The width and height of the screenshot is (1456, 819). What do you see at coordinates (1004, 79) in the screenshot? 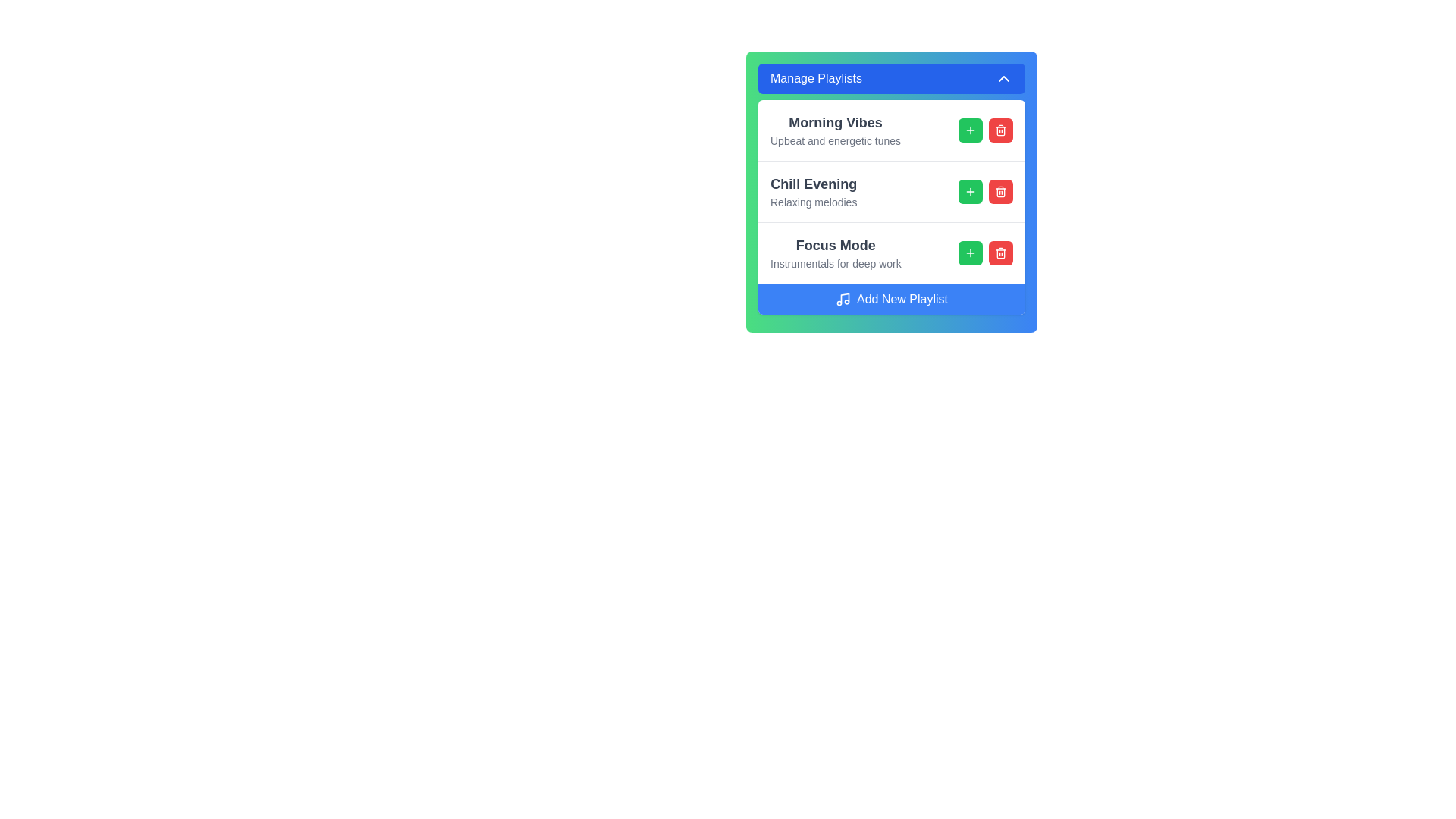
I see `the Chevron Up icon located in the top-right corner of the 'Manage Playlists' header` at bounding box center [1004, 79].